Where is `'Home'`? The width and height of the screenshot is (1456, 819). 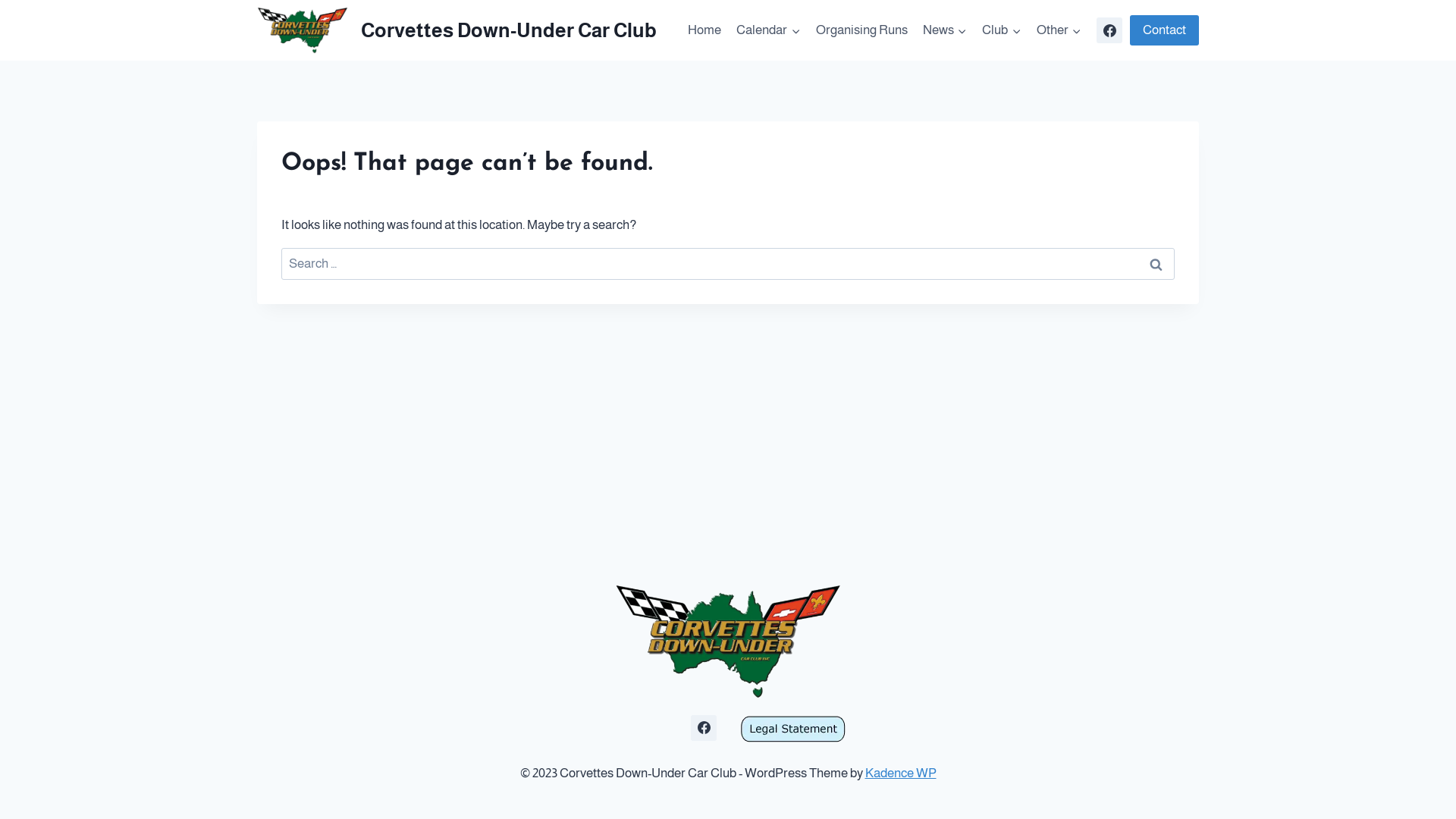 'Home' is located at coordinates (679, 30).